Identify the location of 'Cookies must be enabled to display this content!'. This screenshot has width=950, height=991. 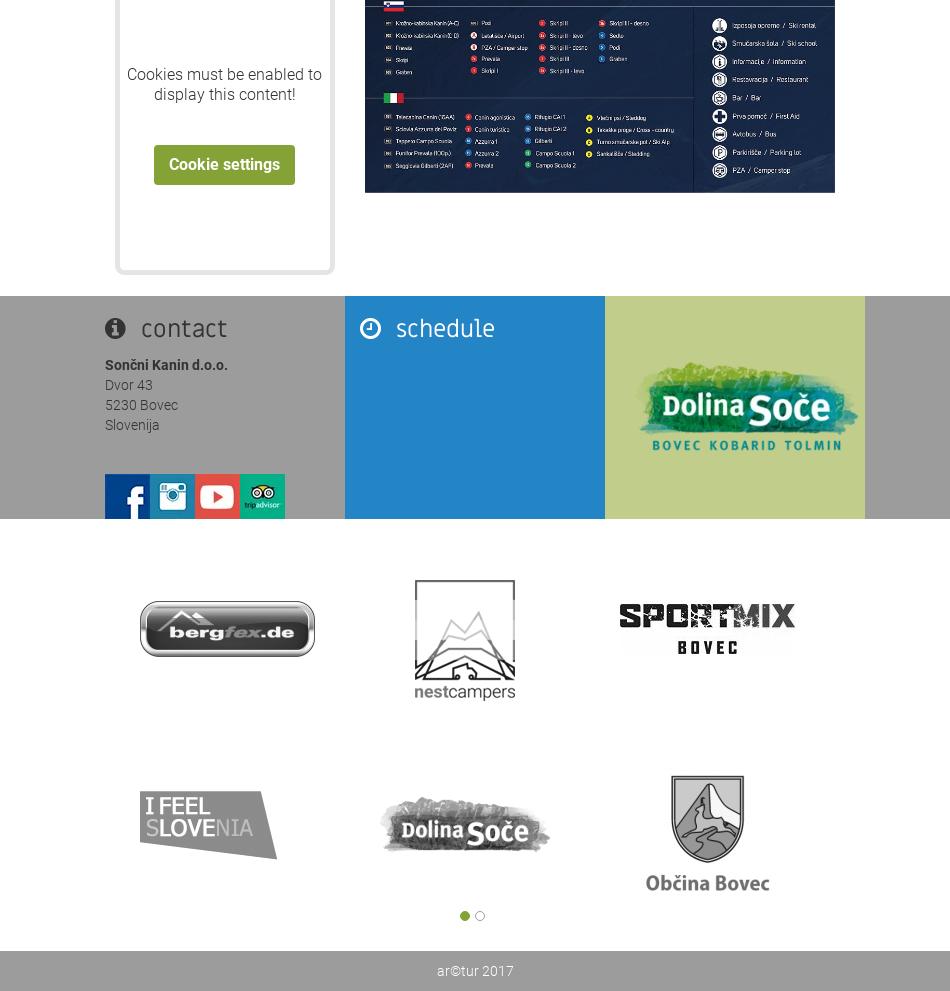
(127, 84).